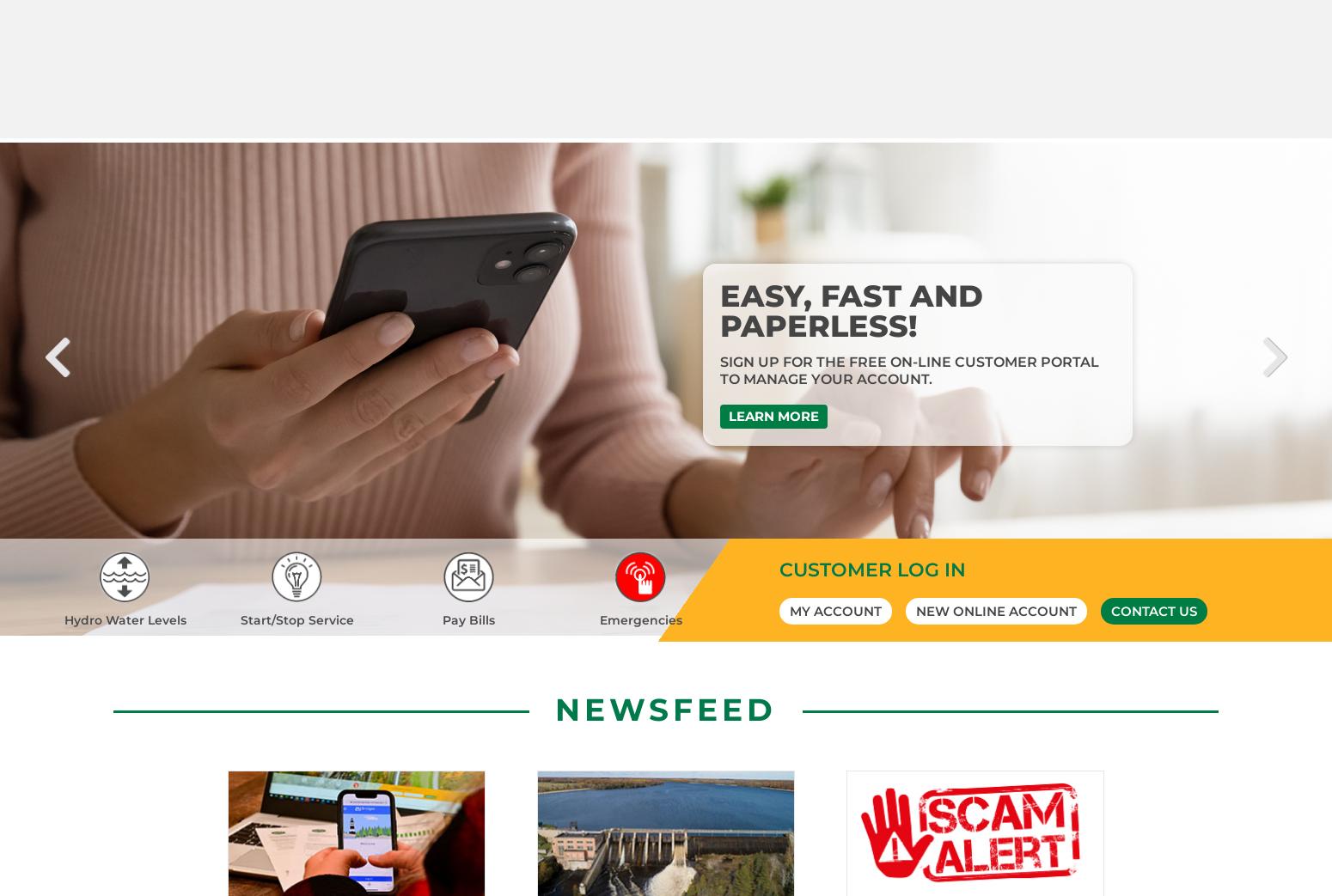 The image size is (1332, 896). Describe the element at coordinates (472, 851) in the screenshot. I see `'Business Service Assistance'` at that location.